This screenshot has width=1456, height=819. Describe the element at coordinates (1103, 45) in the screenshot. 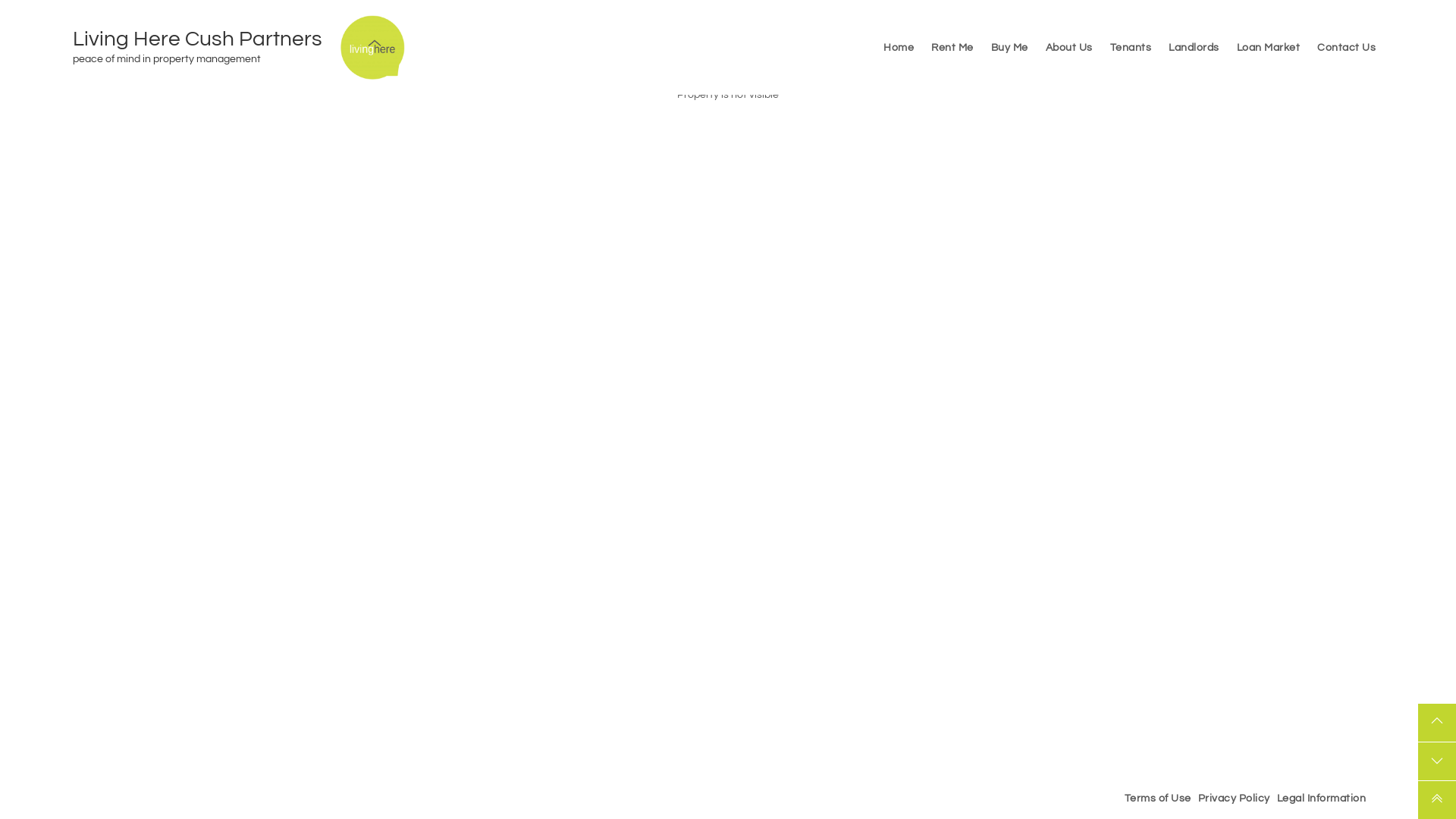

I see `'Tenants'` at that location.